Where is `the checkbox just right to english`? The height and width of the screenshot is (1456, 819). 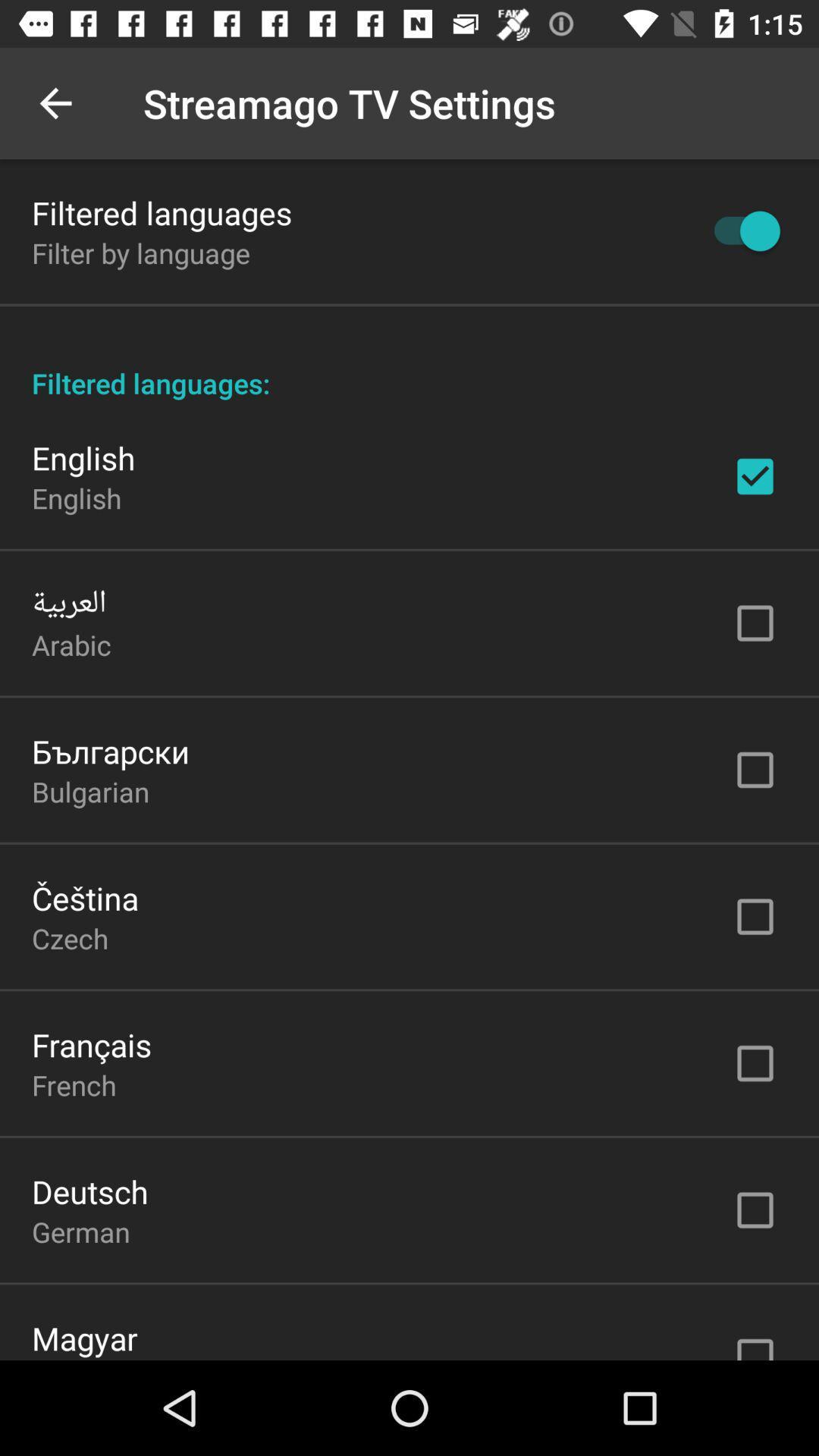
the checkbox just right to english is located at coordinates (755, 475).